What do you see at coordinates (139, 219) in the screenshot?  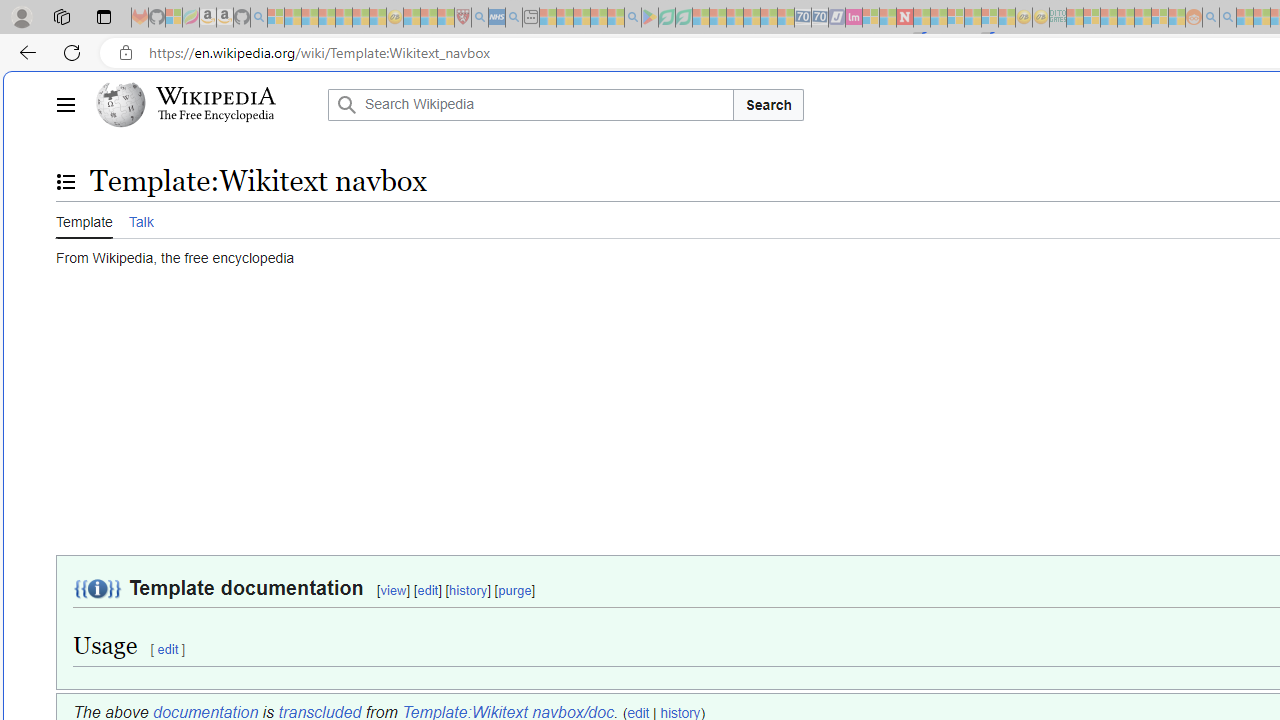 I see `'Talk'` at bounding box center [139, 219].